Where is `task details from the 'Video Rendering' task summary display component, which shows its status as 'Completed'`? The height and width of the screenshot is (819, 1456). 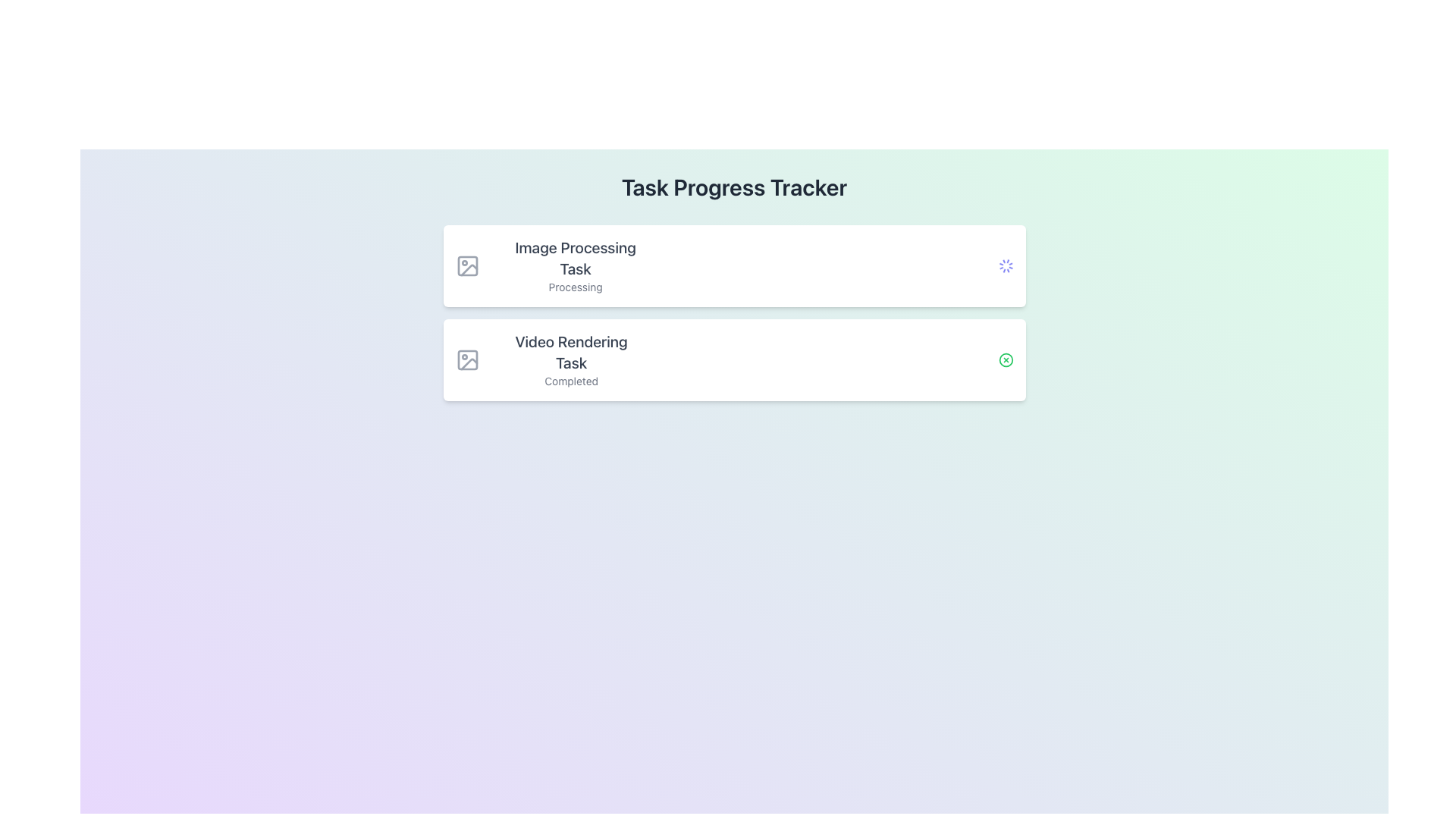 task details from the 'Video Rendering' task summary display component, which shows its status as 'Completed' is located at coordinates (546, 359).